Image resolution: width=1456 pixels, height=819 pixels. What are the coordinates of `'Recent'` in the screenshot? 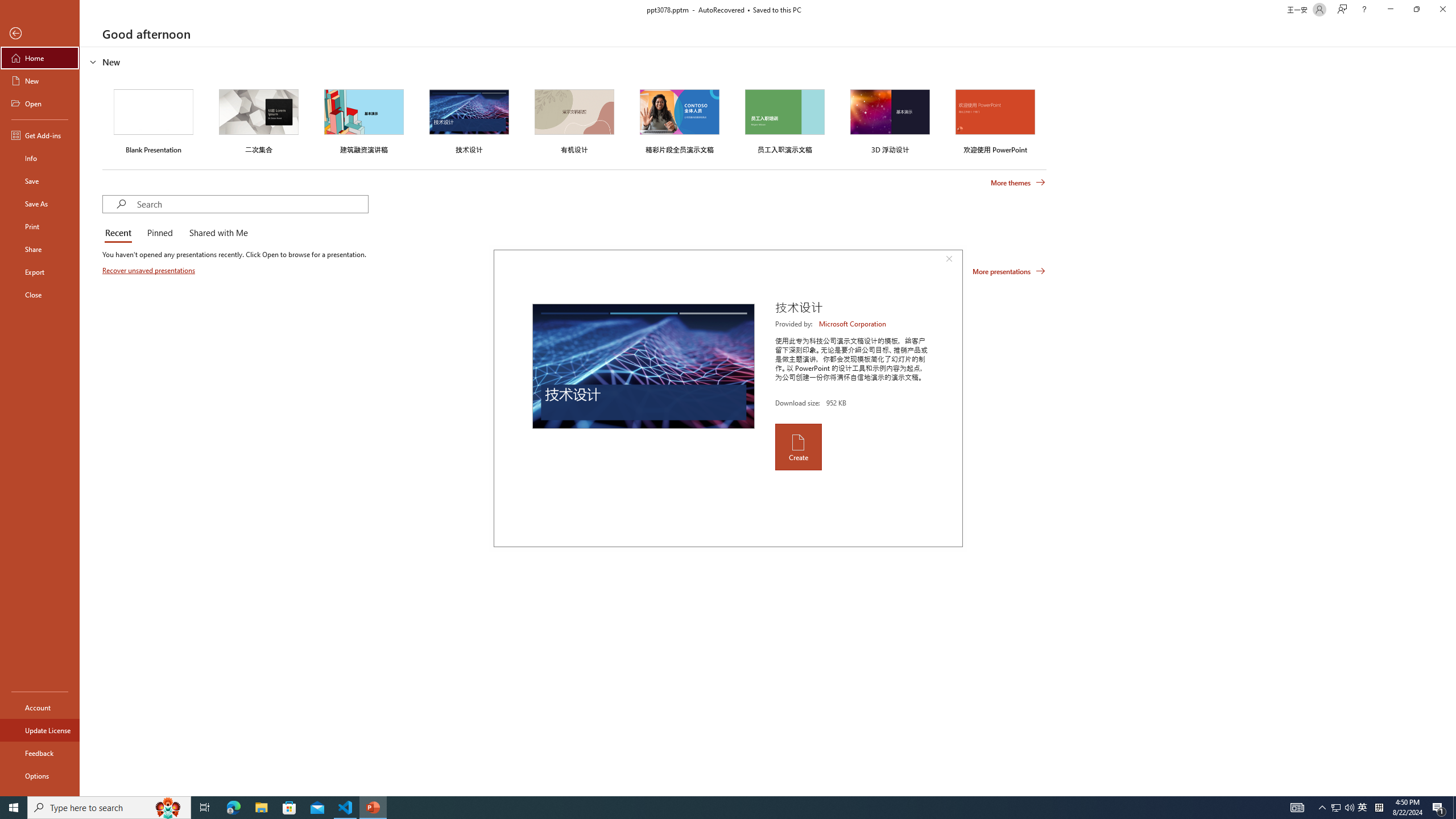 It's located at (120, 233).